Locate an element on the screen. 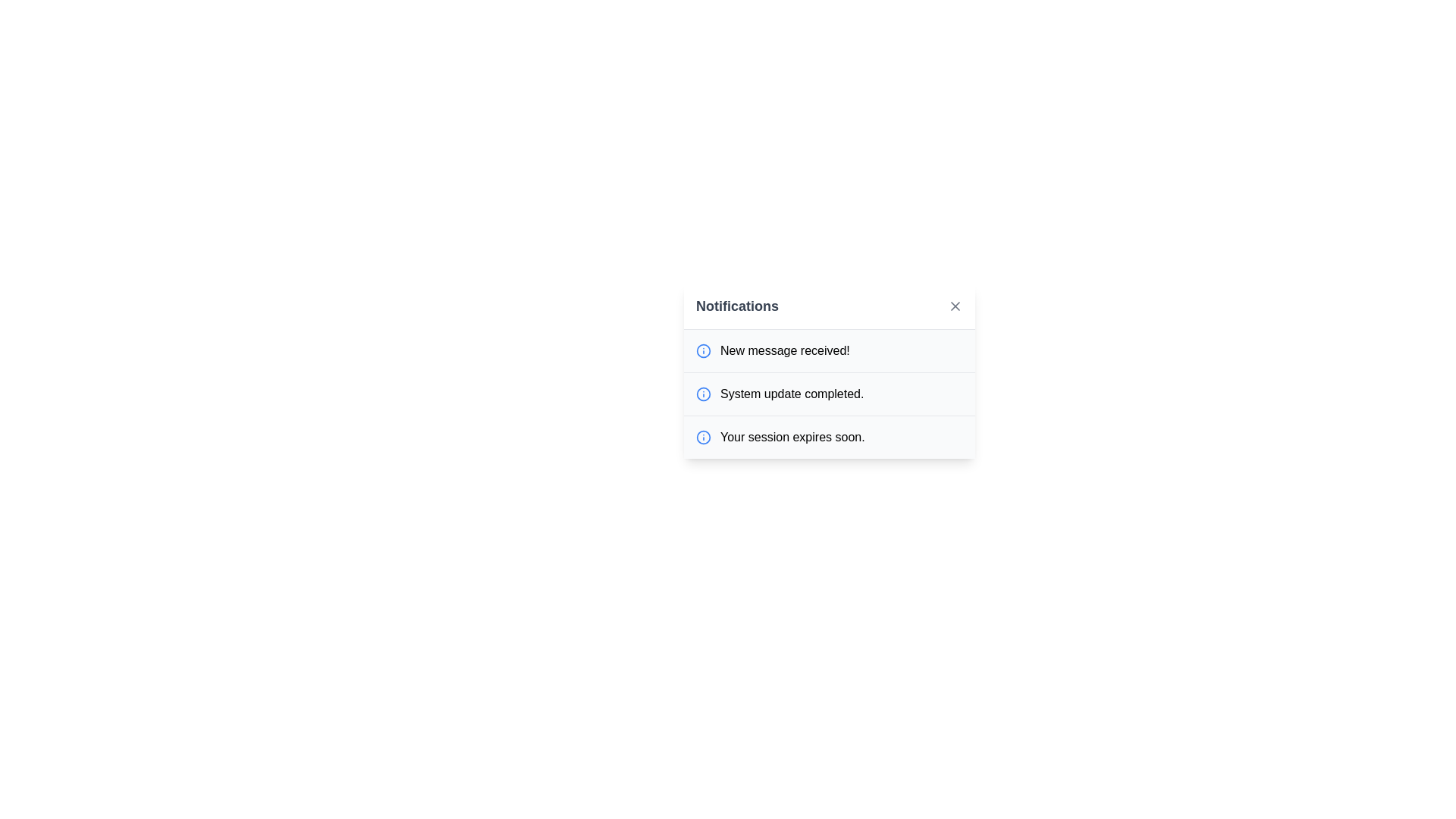 This screenshot has height=819, width=1456. the static text notification indicating successful completion of a system update, which is the second notification in a vertical list of three notifications within a card is located at coordinates (791, 394).